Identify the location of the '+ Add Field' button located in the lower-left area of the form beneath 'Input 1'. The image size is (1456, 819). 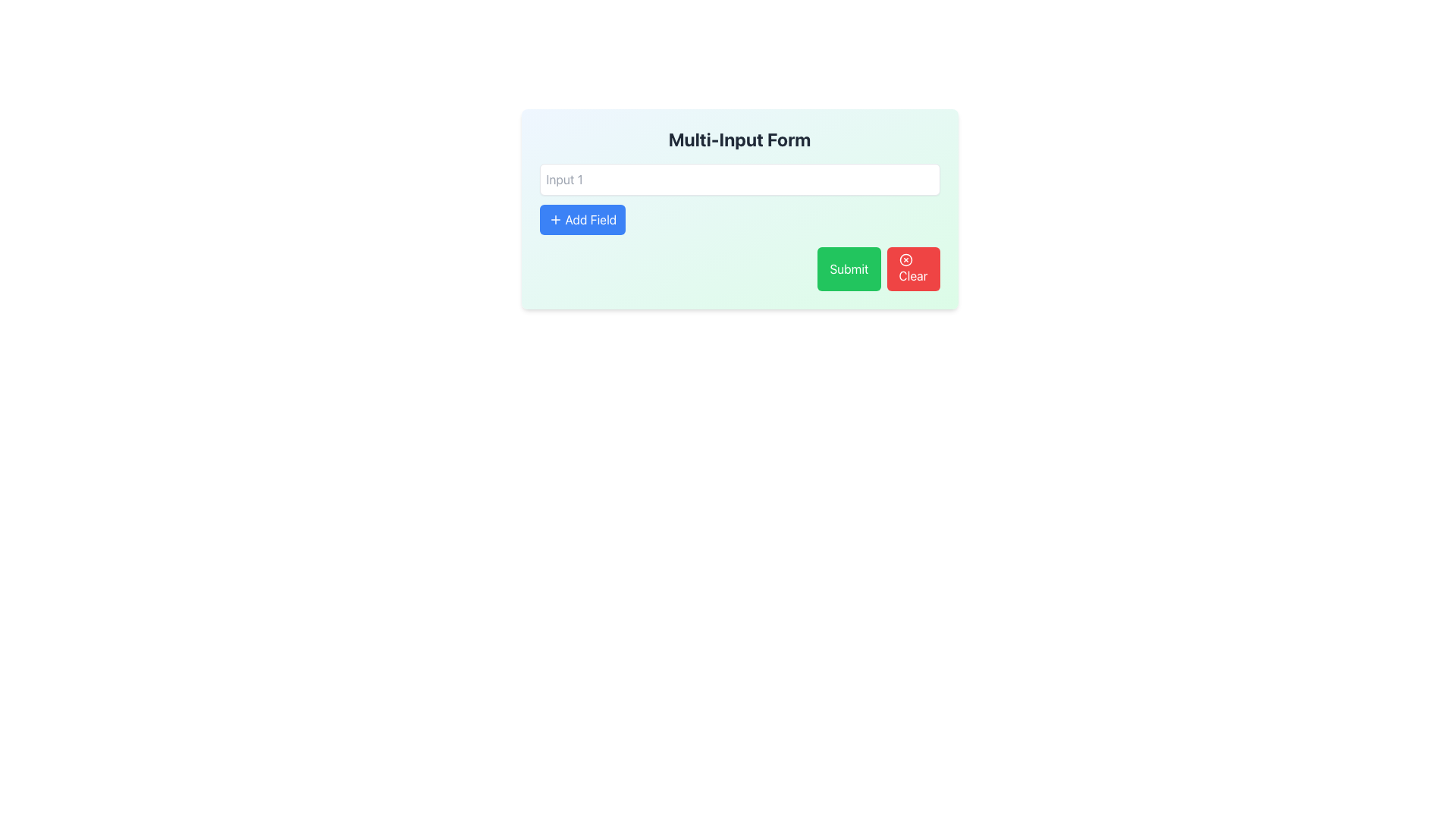
(582, 219).